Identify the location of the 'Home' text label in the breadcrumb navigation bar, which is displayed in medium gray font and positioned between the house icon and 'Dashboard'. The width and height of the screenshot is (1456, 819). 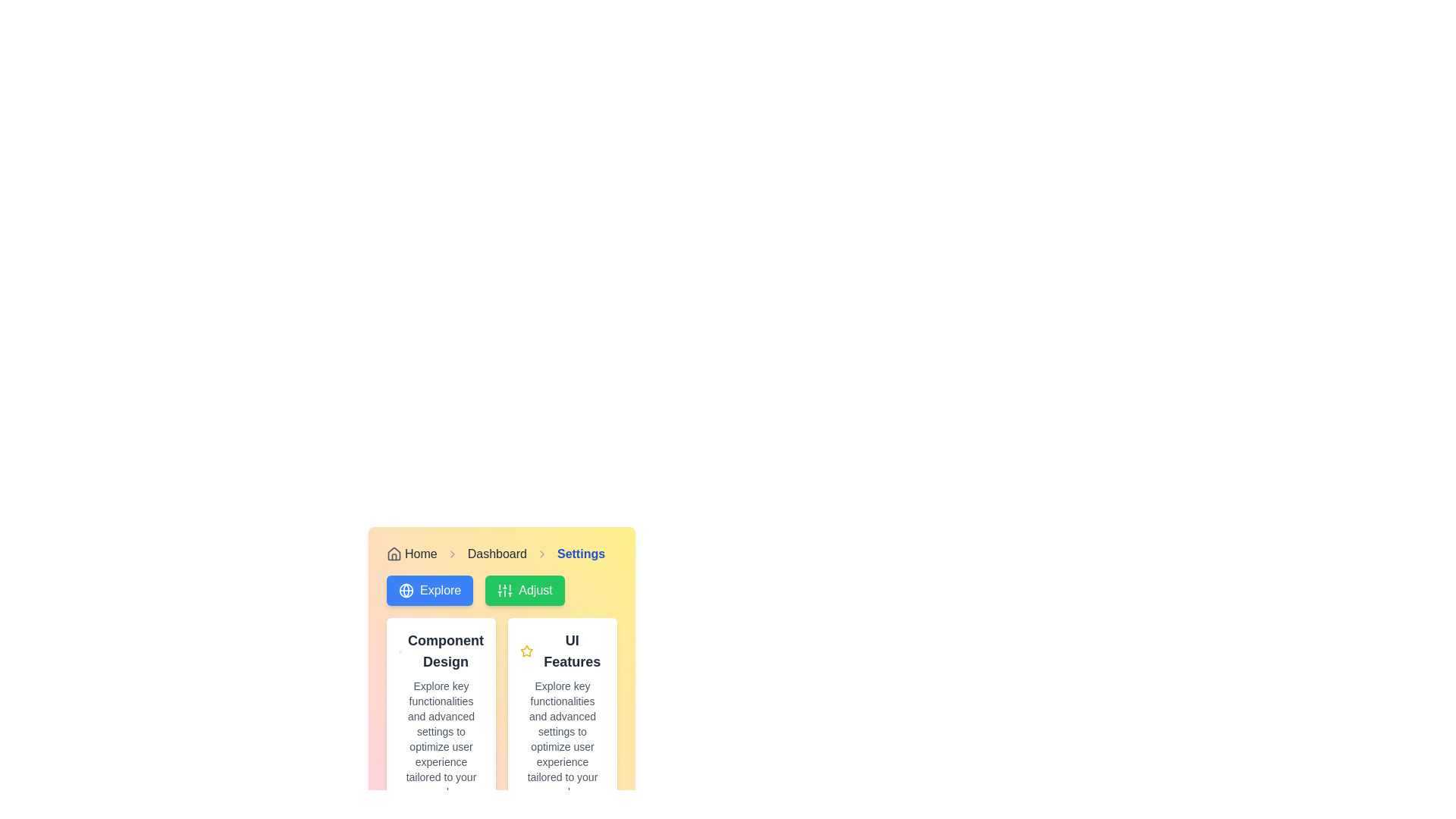
(421, 554).